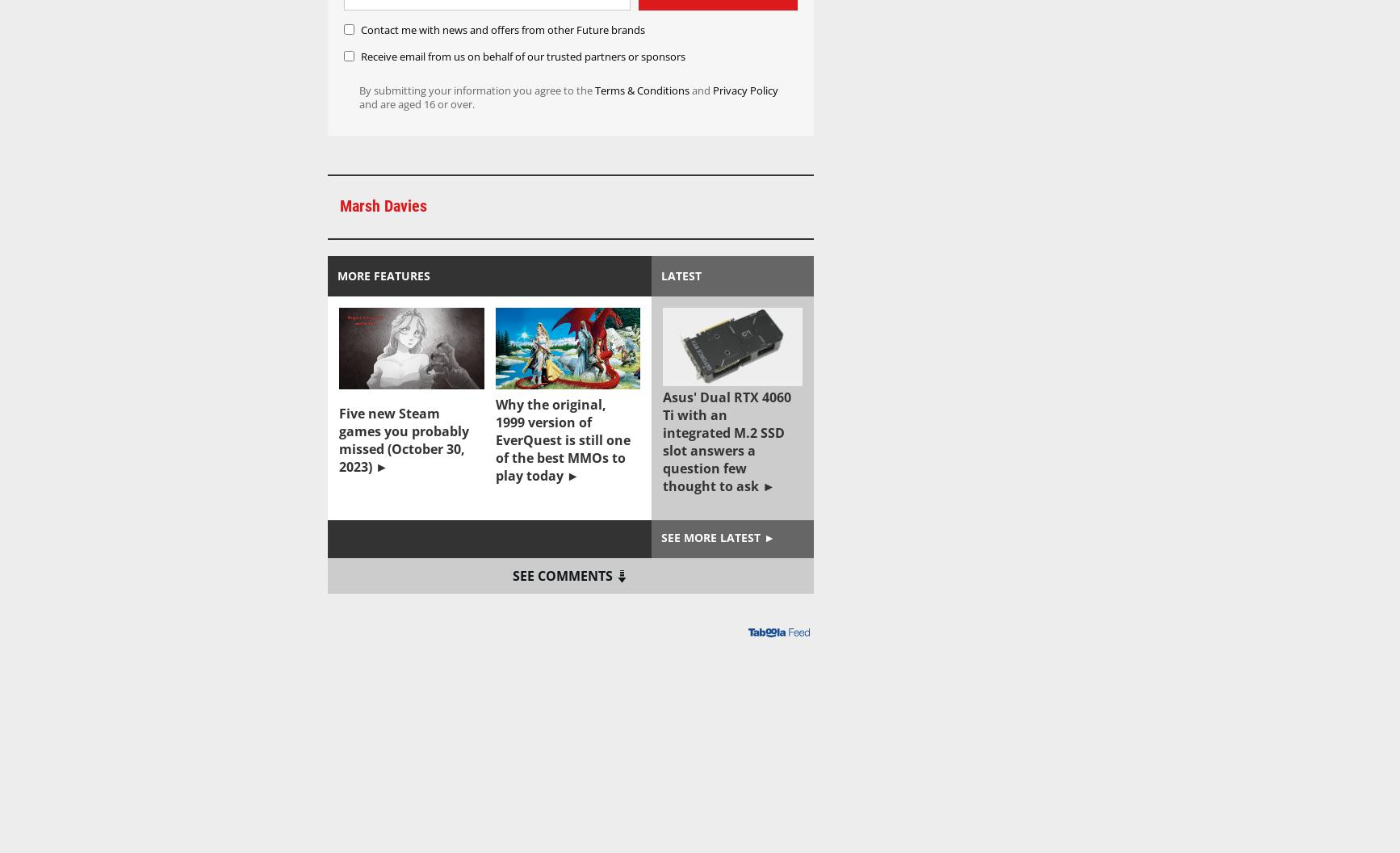 Image resolution: width=1400 pixels, height=853 pixels. What do you see at coordinates (561, 440) in the screenshot?
I see `'Why the original, 1999 version of EverQuest is still one of the best MMOs to play today'` at bounding box center [561, 440].